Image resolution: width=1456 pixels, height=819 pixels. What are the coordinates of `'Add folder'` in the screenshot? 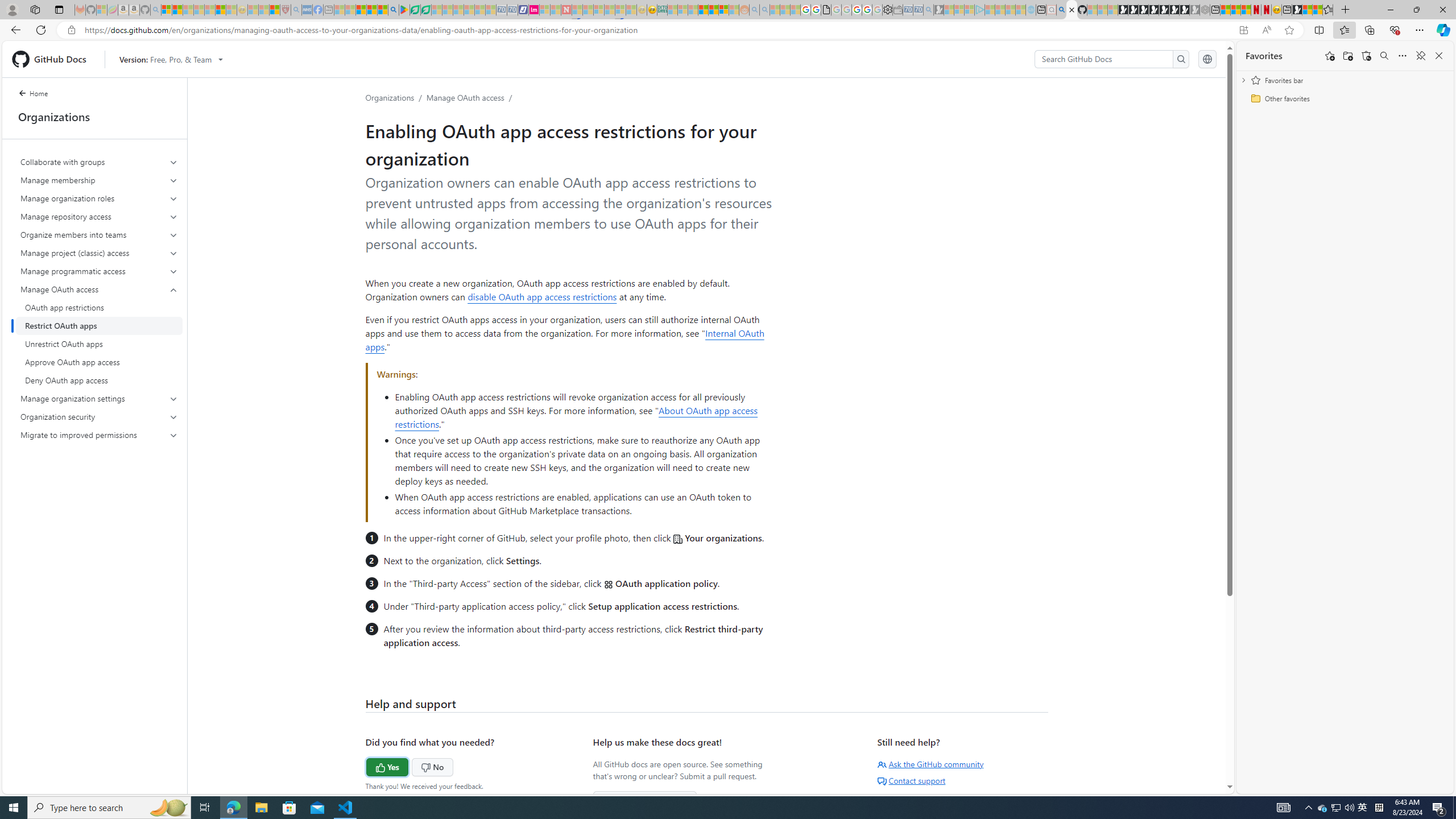 It's located at (1347, 55).